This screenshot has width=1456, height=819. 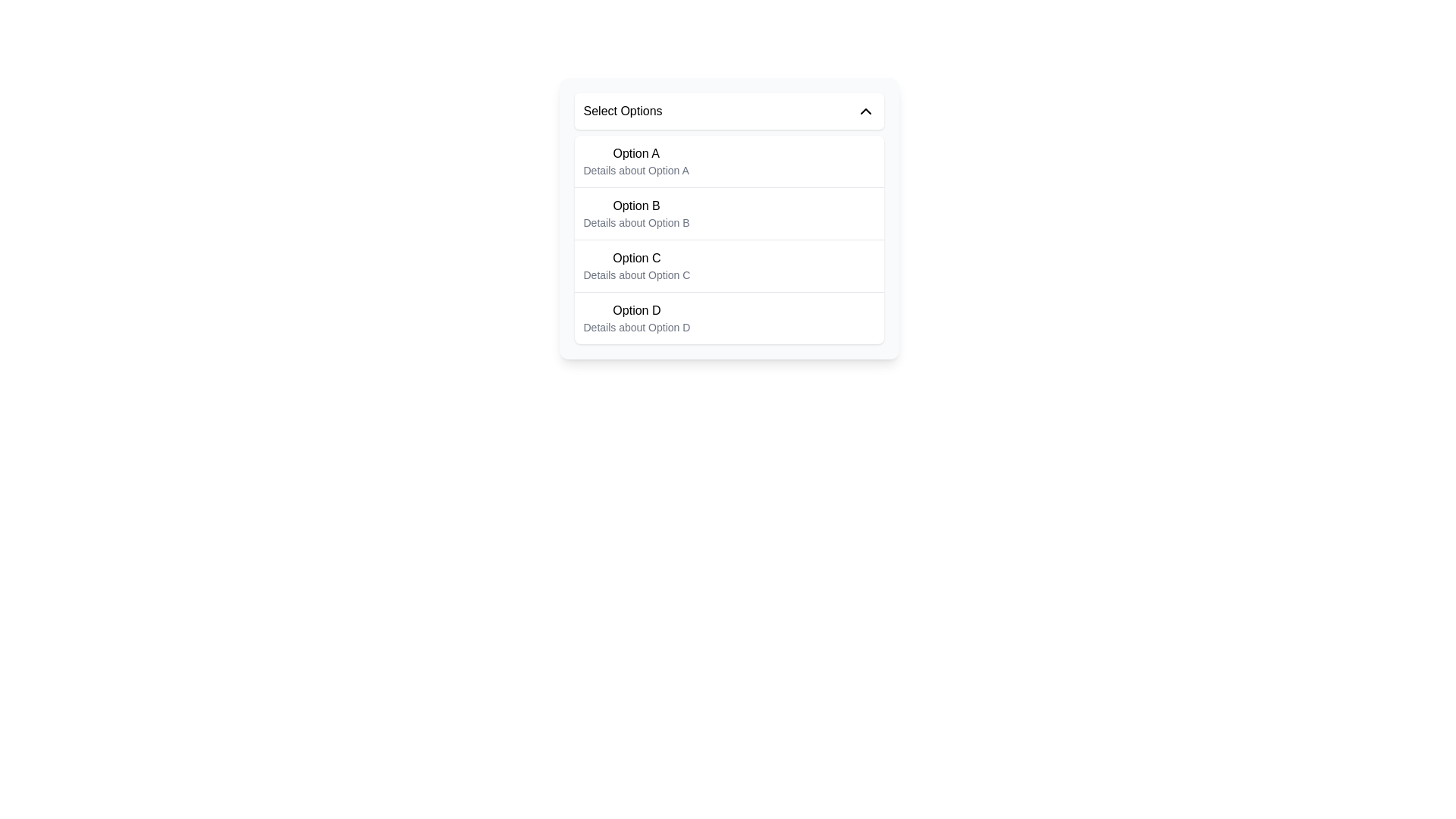 I want to click on the first list item 'Option A' in the dropdown menu, so click(x=729, y=161).